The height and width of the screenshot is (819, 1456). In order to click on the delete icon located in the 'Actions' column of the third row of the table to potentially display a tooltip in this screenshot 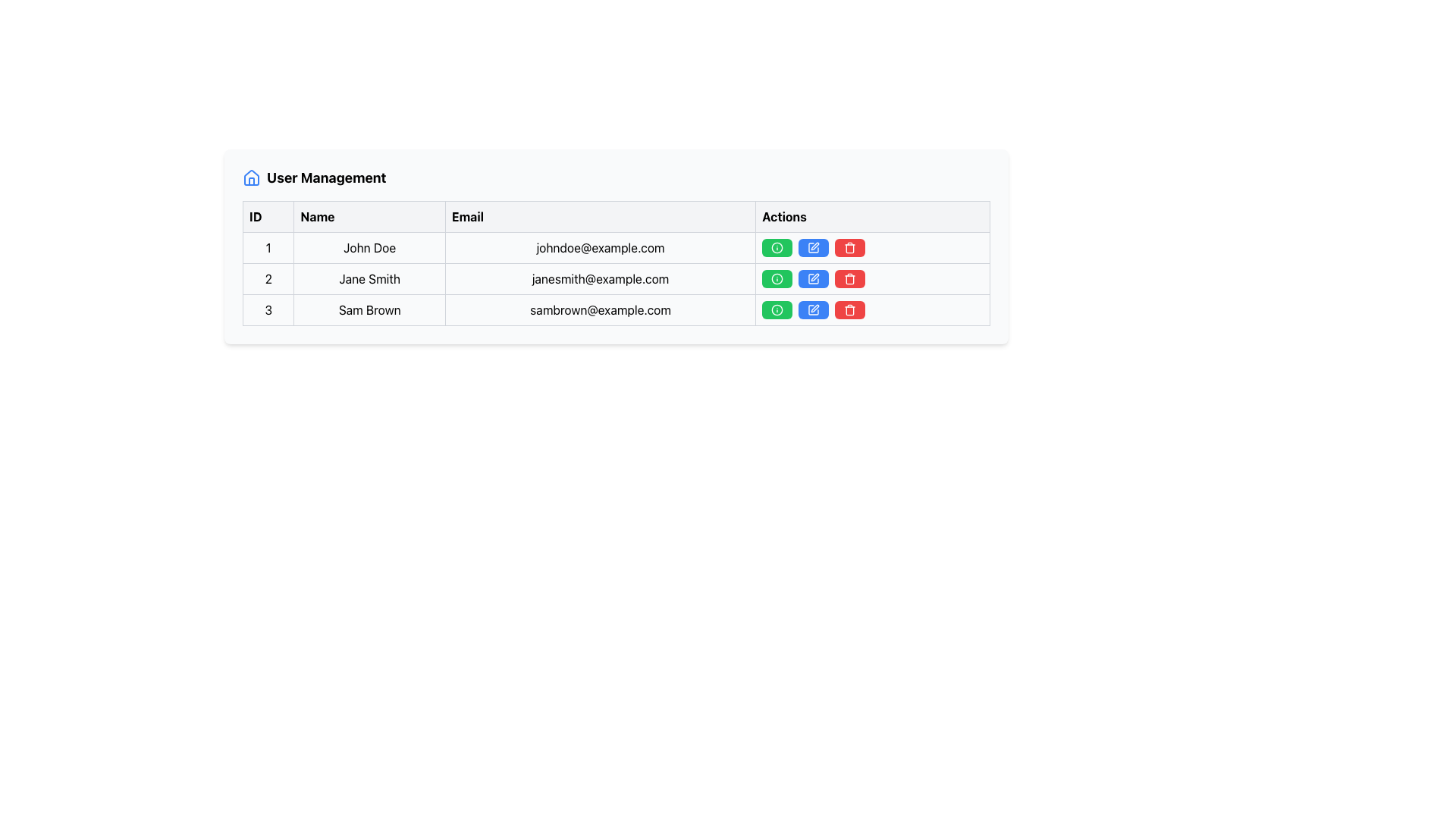, I will do `click(850, 309)`.